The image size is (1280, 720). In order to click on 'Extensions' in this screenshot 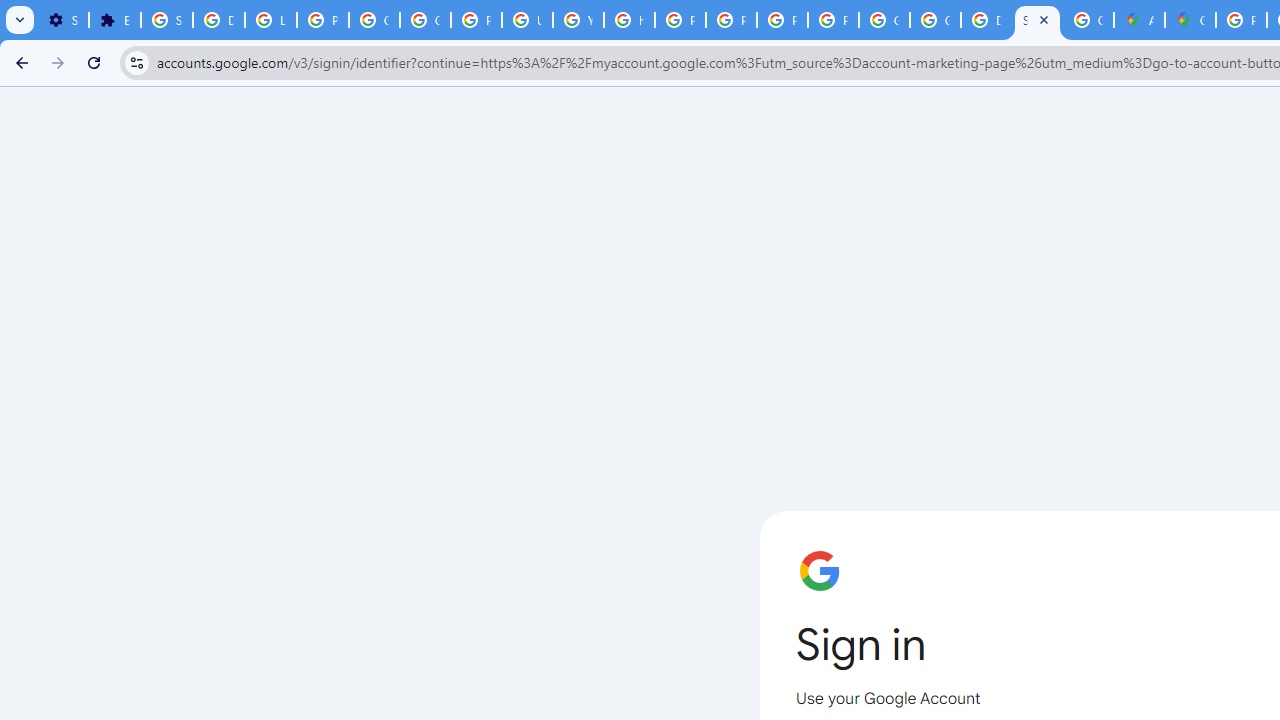, I will do `click(113, 20)`.